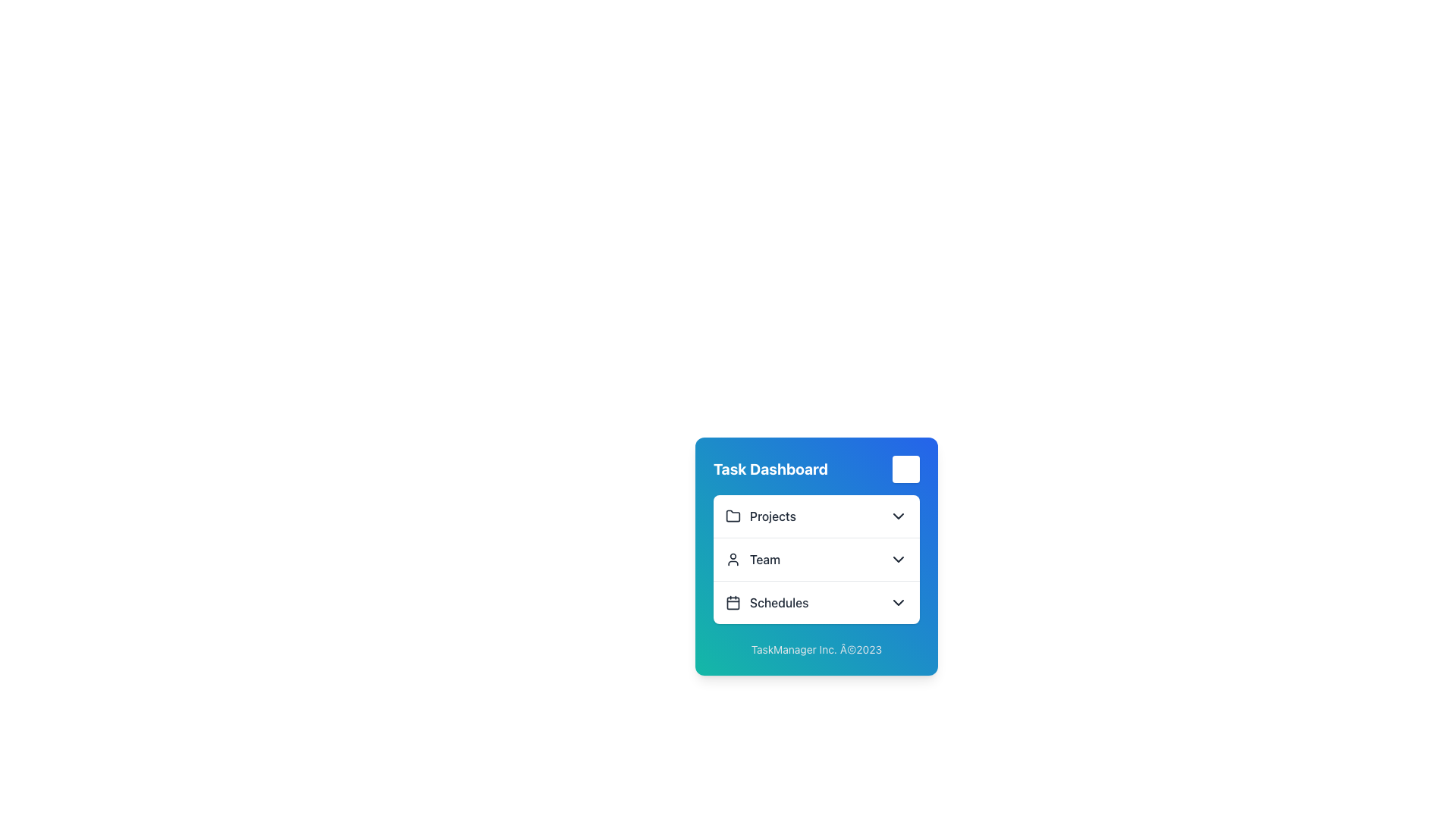 Image resolution: width=1456 pixels, height=819 pixels. What do you see at coordinates (767, 601) in the screenshot?
I see `the third list item with an icon and text in the 'Task Dashboard'` at bounding box center [767, 601].